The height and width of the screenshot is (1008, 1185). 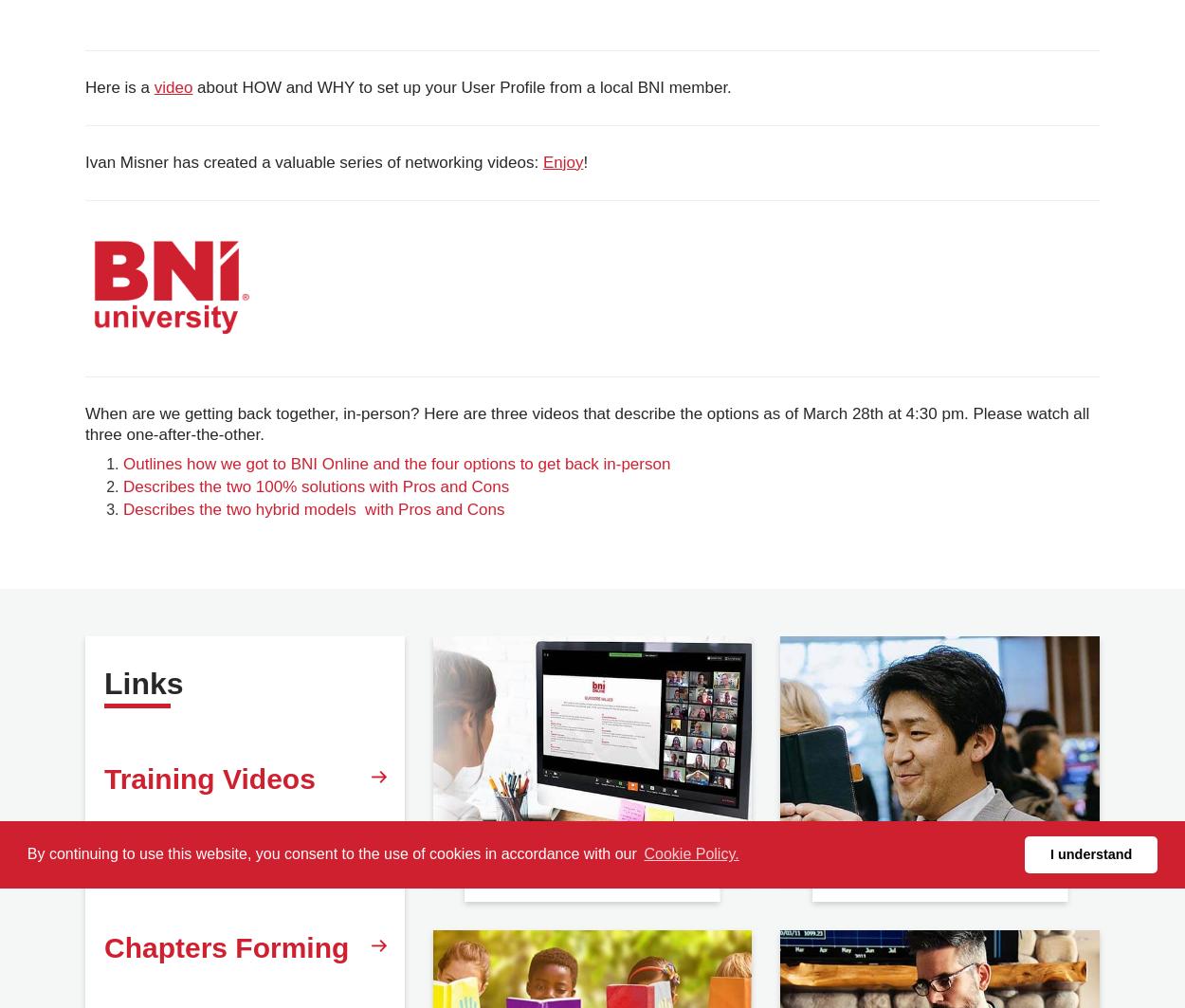 I want to click on 'video', so click(x=173, y=86).